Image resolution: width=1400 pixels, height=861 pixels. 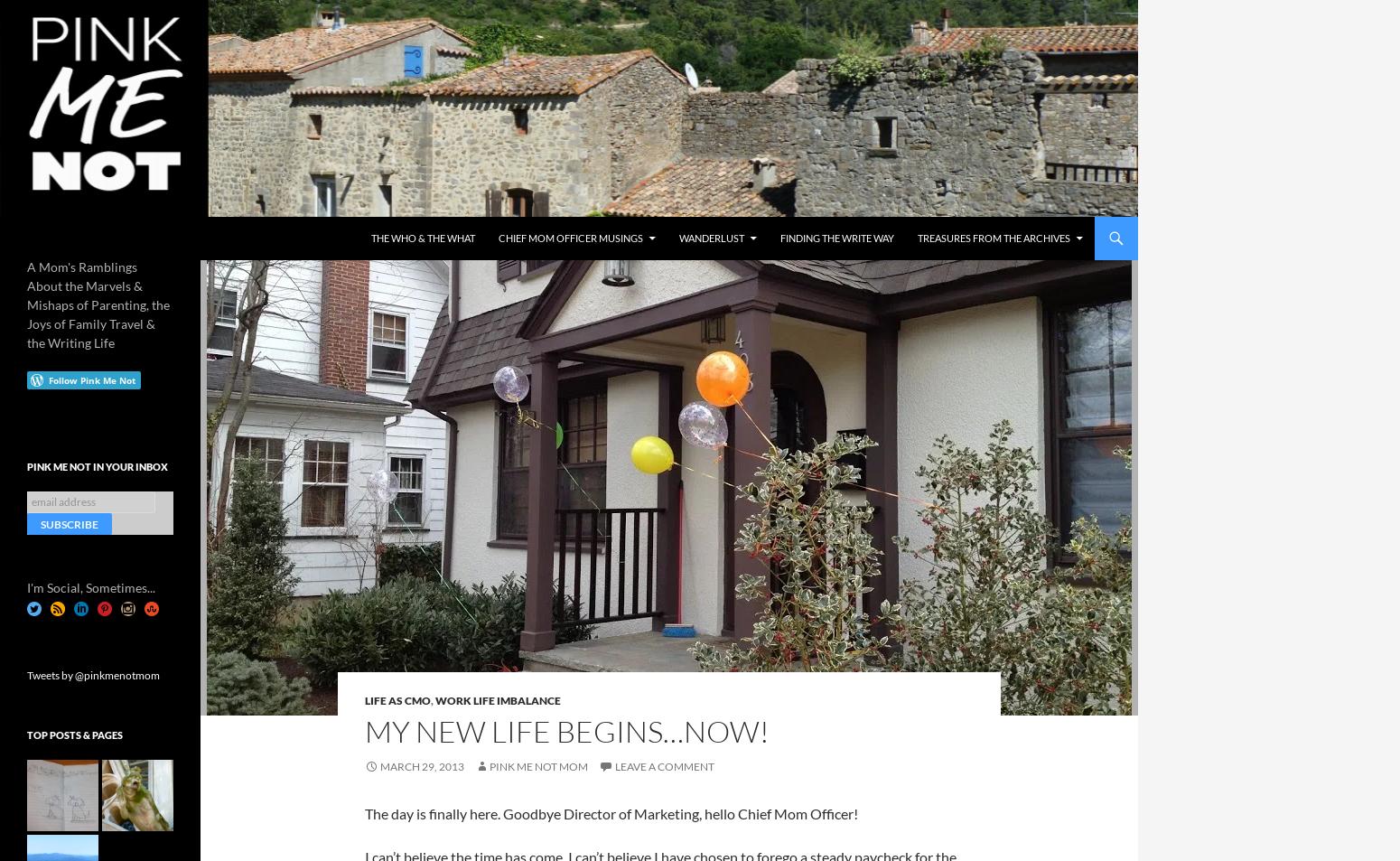 I want to click on 'Top Posts & Pages', so click(x=74, y=735).